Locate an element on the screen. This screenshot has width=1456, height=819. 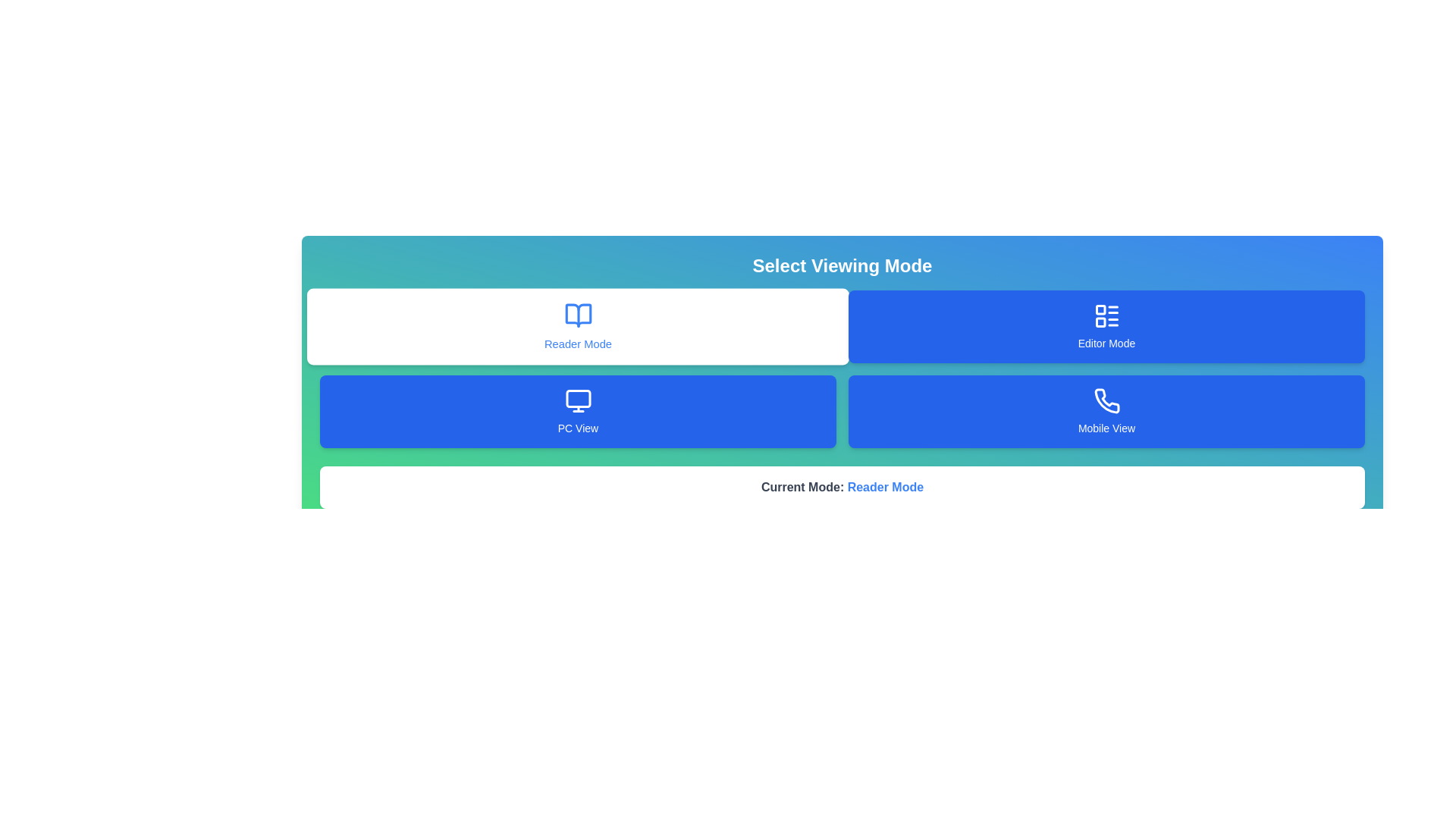
the view mode Reader Mode by clicking on the corresponding button is located at coordinates (577, 326).